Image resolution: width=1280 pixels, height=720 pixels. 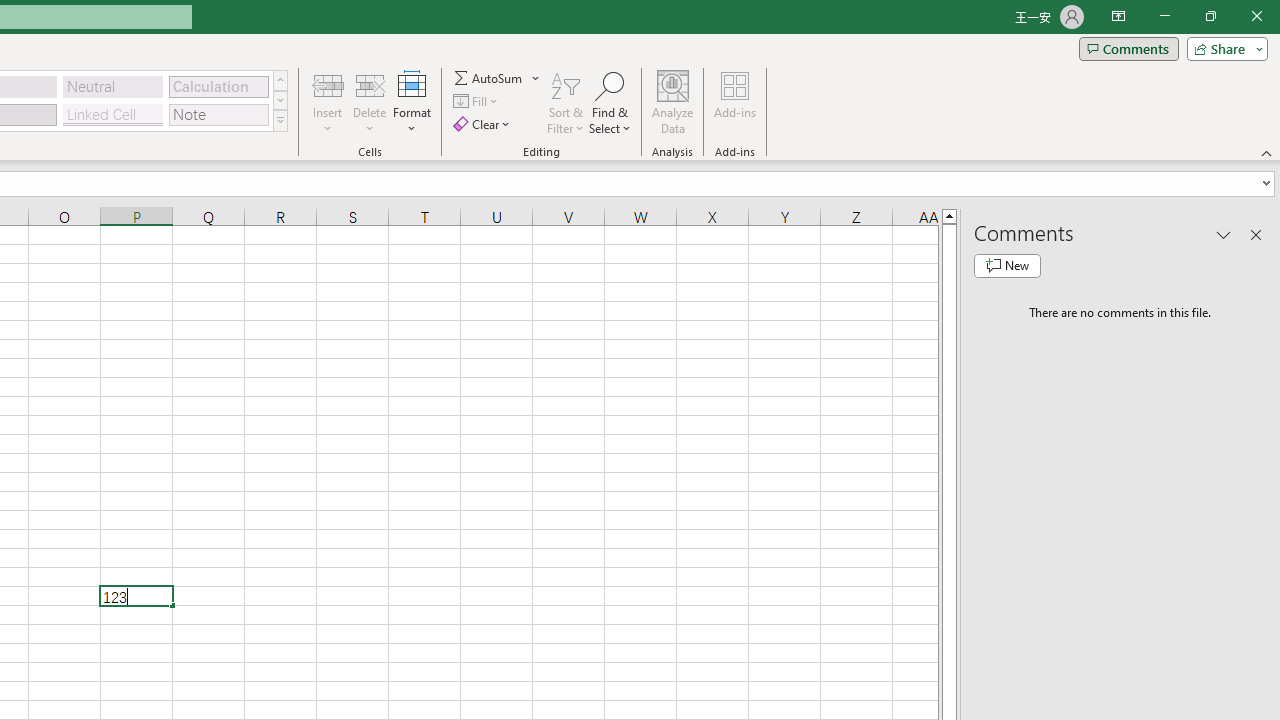 What do you see at coordinates (1266, 152) in the screenshot?
I see `'Collapse the Ribbon'` at bounding box center [1266, 152].